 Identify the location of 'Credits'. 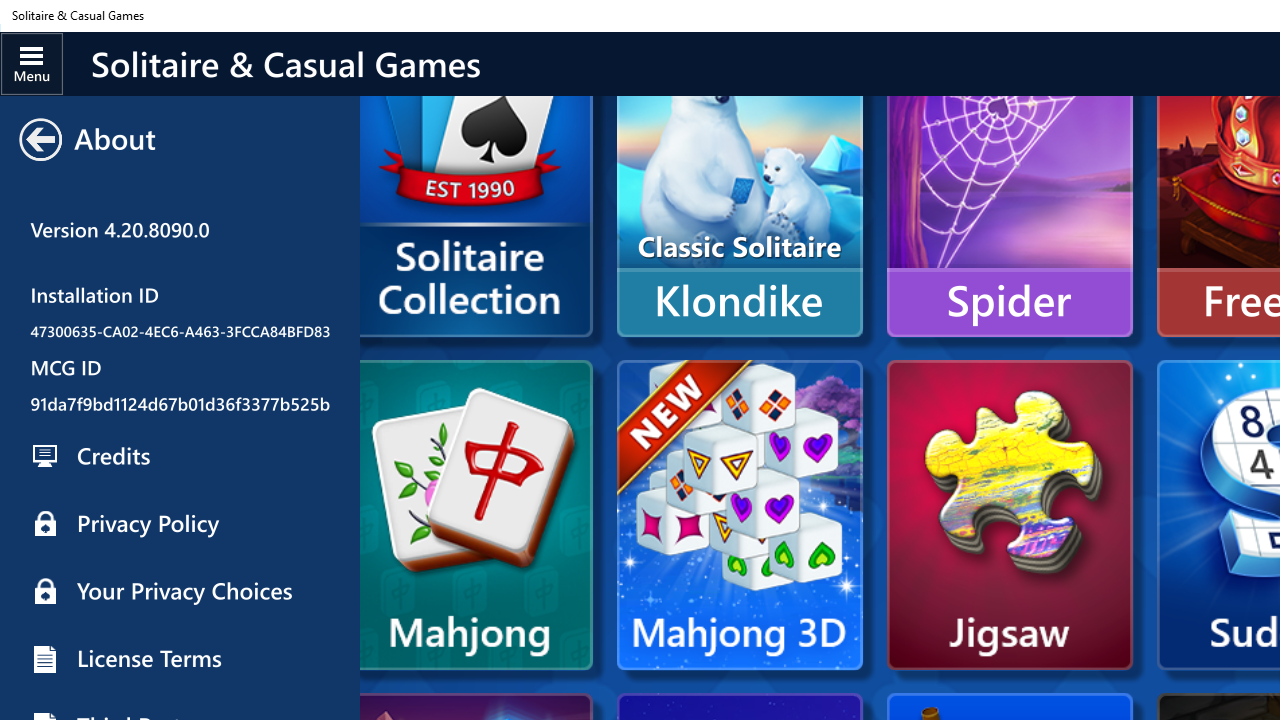
(179, 456).